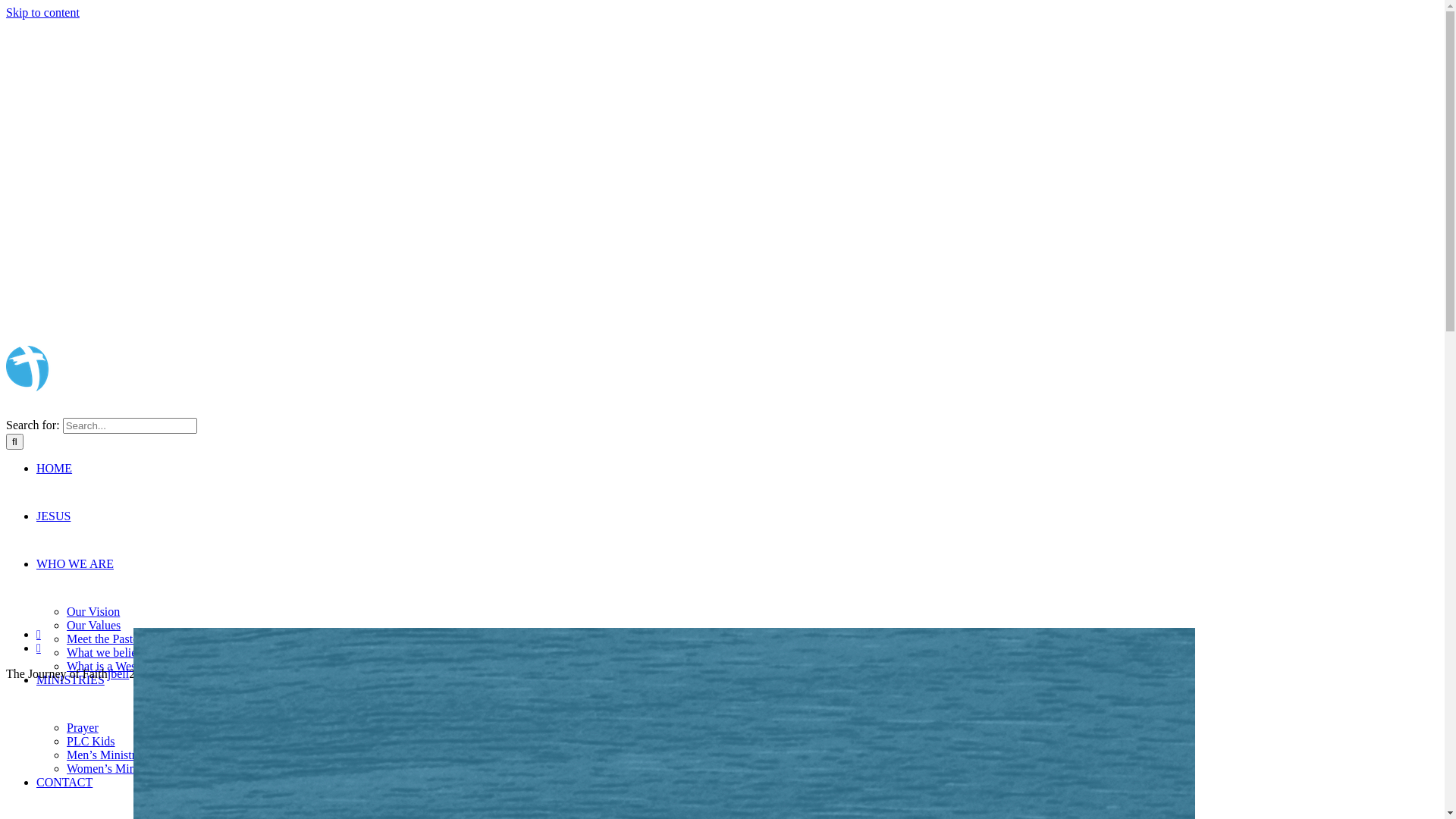 This screenshot has width=1456, height=819. I want to click on 'Our Values', so click(93, 625).